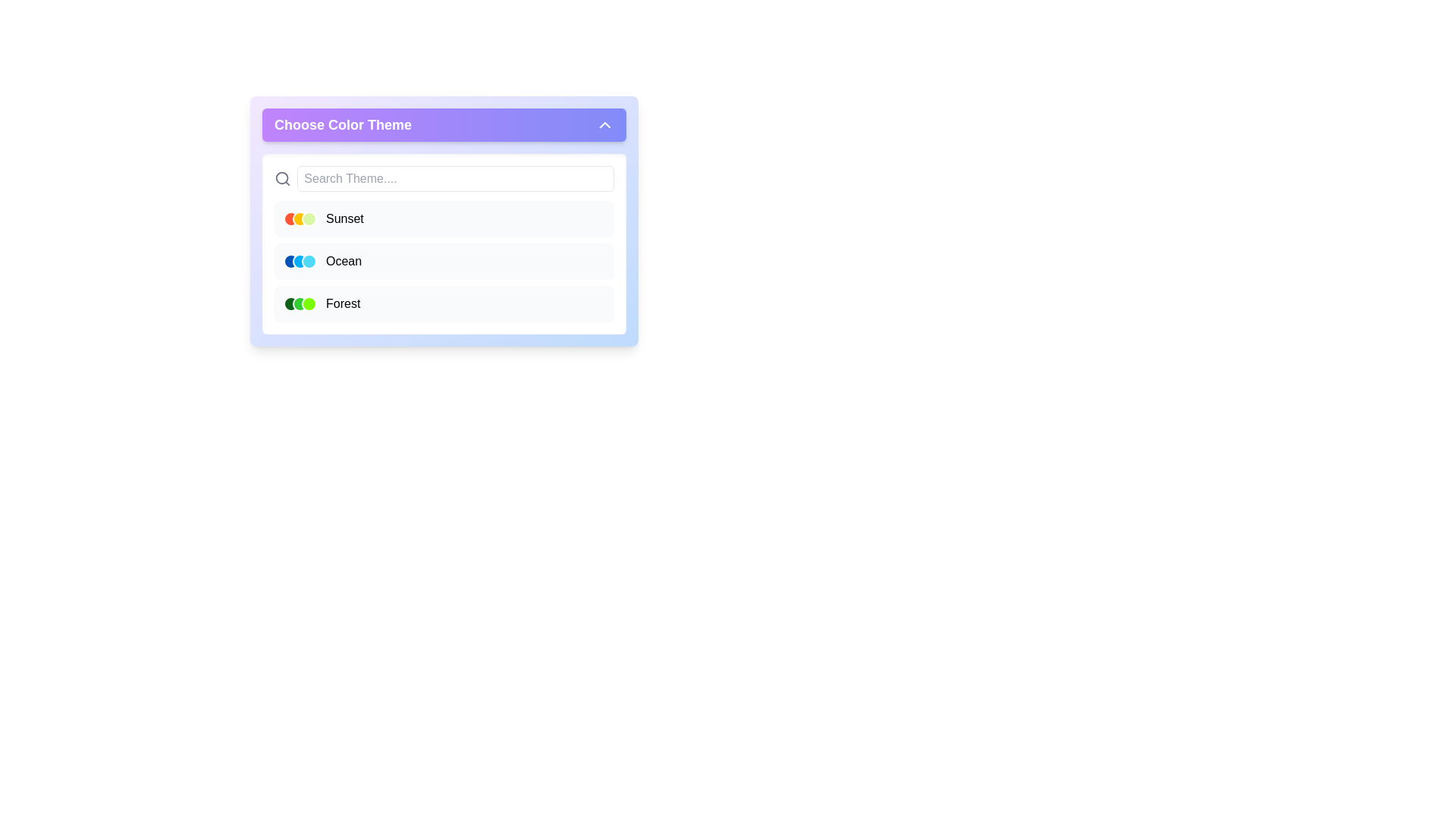 The height and width of the screenshot is (819, 1456). Describe the element at coordinates (300, 260) in the screenshot. I see `the Symbolic representation (theme indicator) consisting of three small circles colored dark blue, light blue, and cyan, located in the 'Ocean' row of the 'Choose Color Theme' dropdown menu` at that location.